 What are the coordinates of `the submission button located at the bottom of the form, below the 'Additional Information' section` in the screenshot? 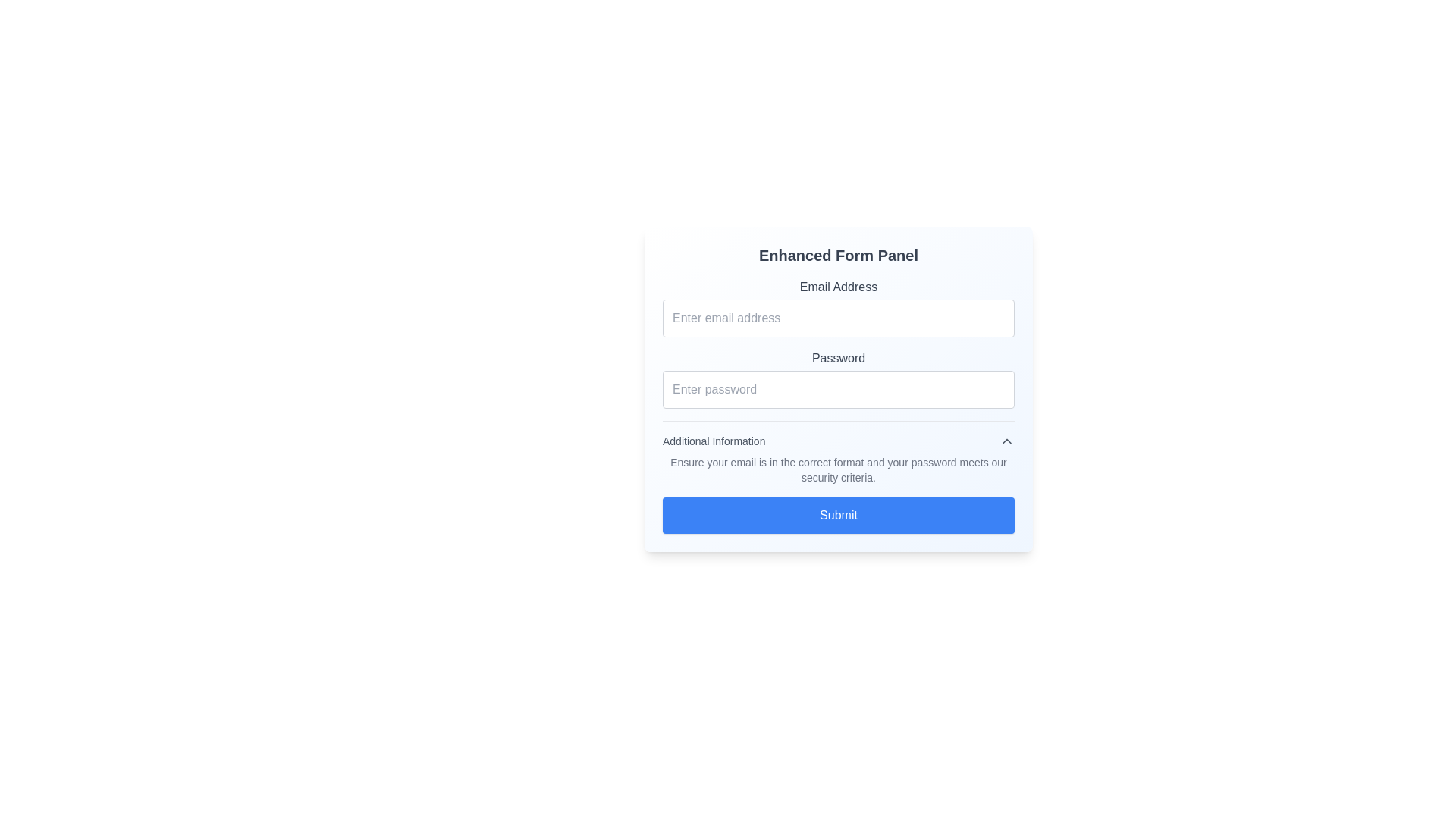 It's located at (837, 514).